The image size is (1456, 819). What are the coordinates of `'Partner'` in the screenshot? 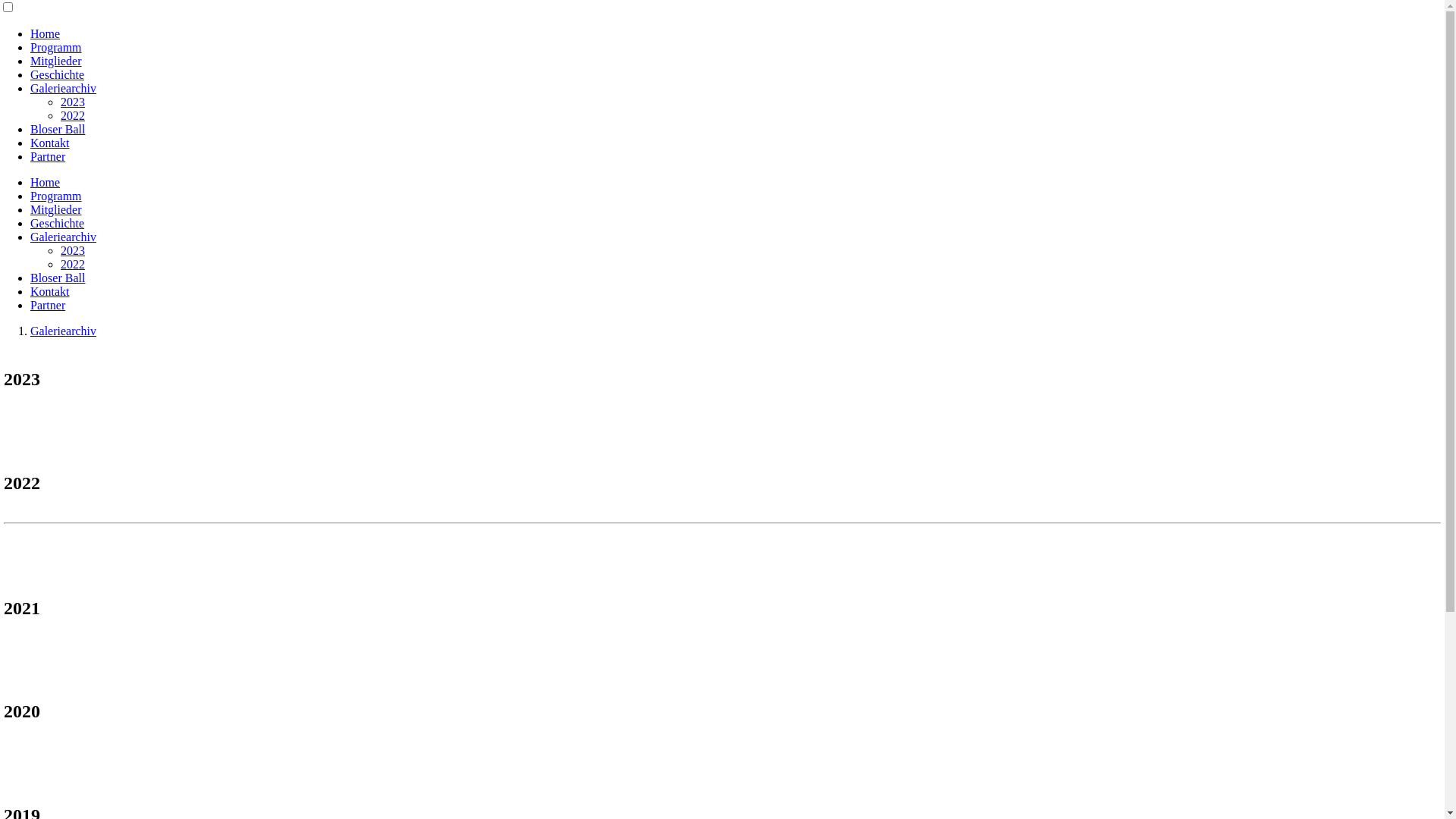 It's located at (30, 305).